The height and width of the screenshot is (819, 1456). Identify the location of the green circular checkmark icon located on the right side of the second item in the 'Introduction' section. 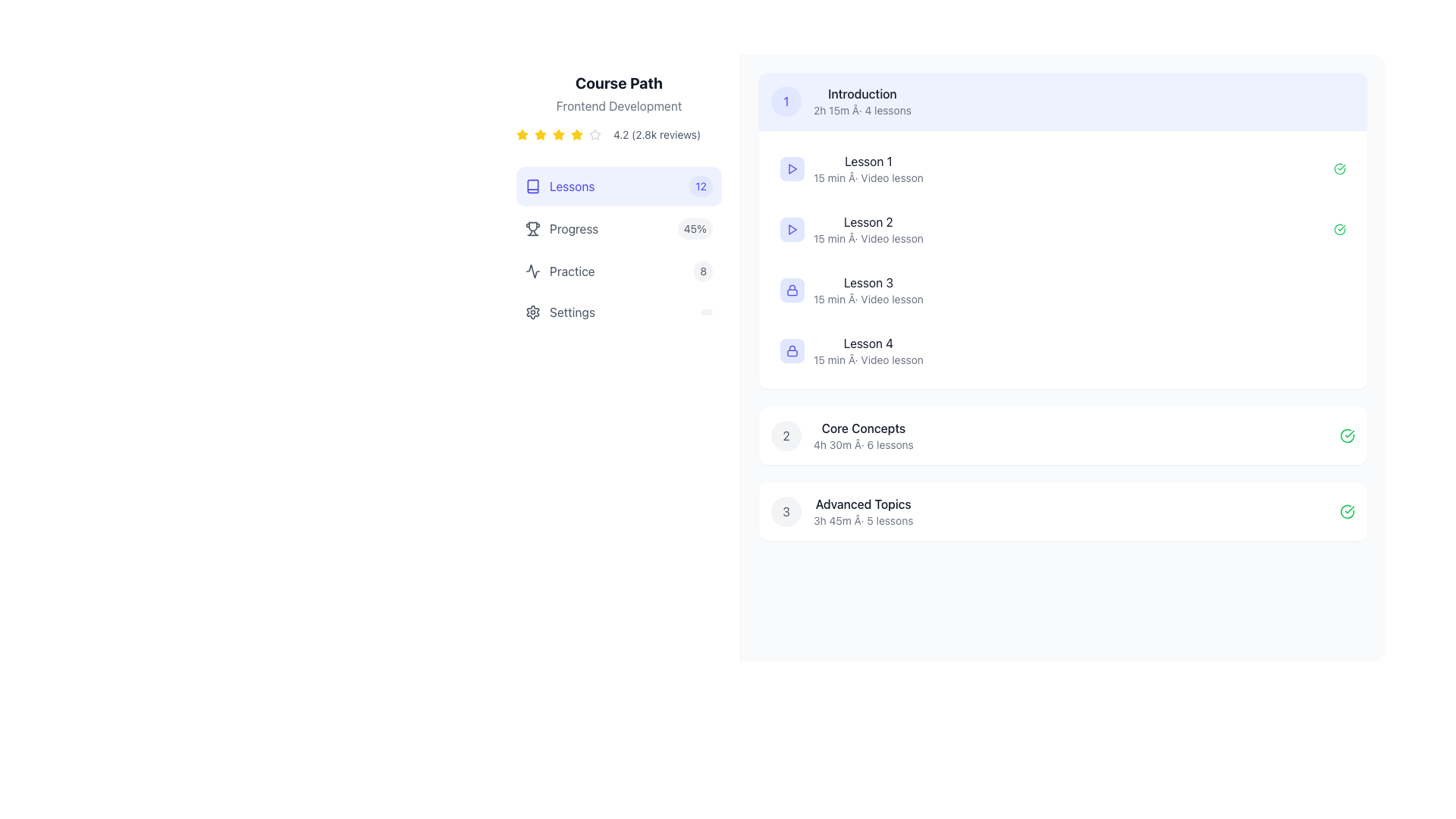
(1339, 230).